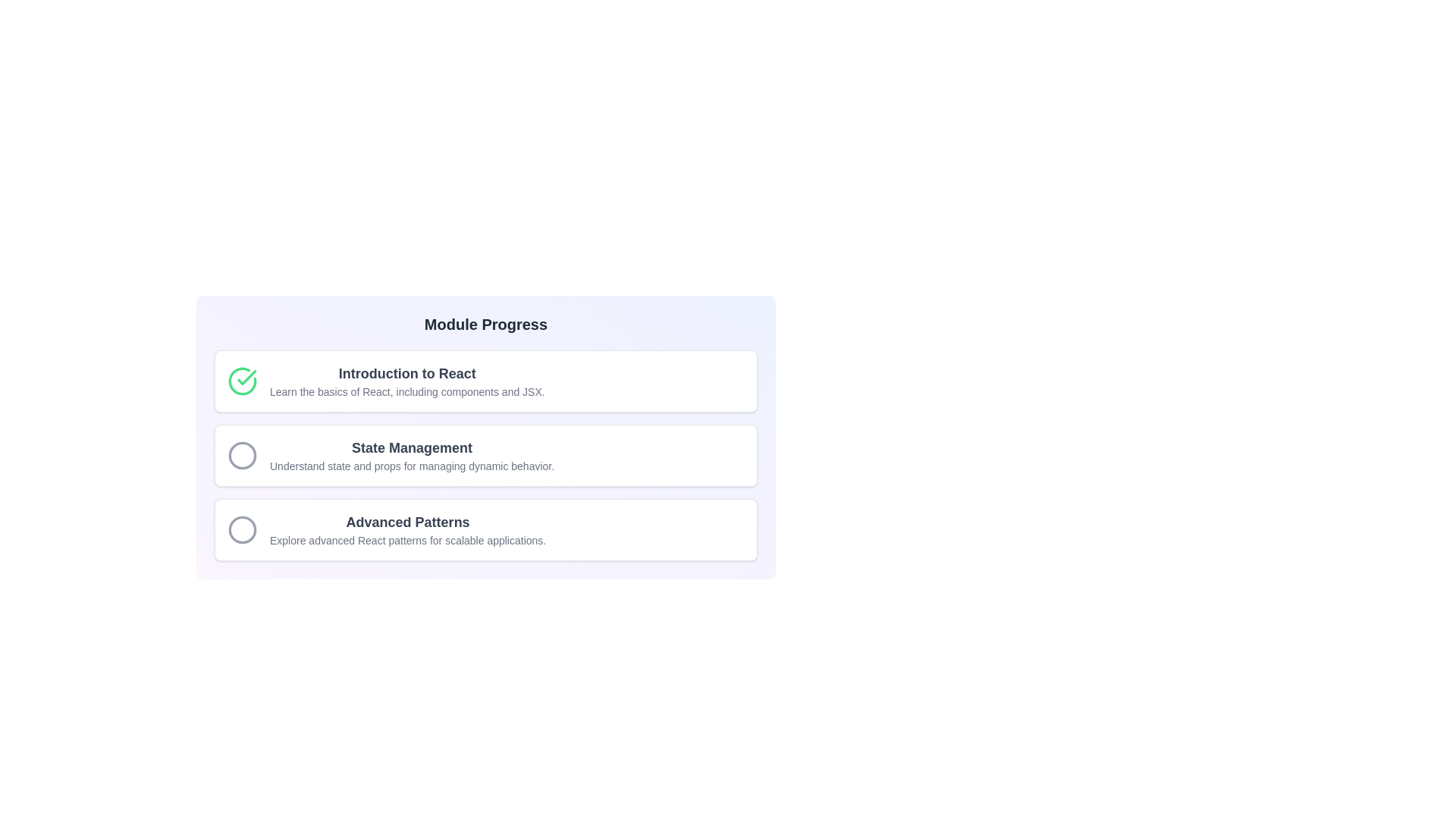 The height and width of the screenshot is (819, 1456). Describe the element at coordinates (408, 540) in the screenshot. I see `the text label that reads 'Explore advanced React patterns for scalable applications.' located below the bold header in the 'Advanced Patterns' section` at that location.